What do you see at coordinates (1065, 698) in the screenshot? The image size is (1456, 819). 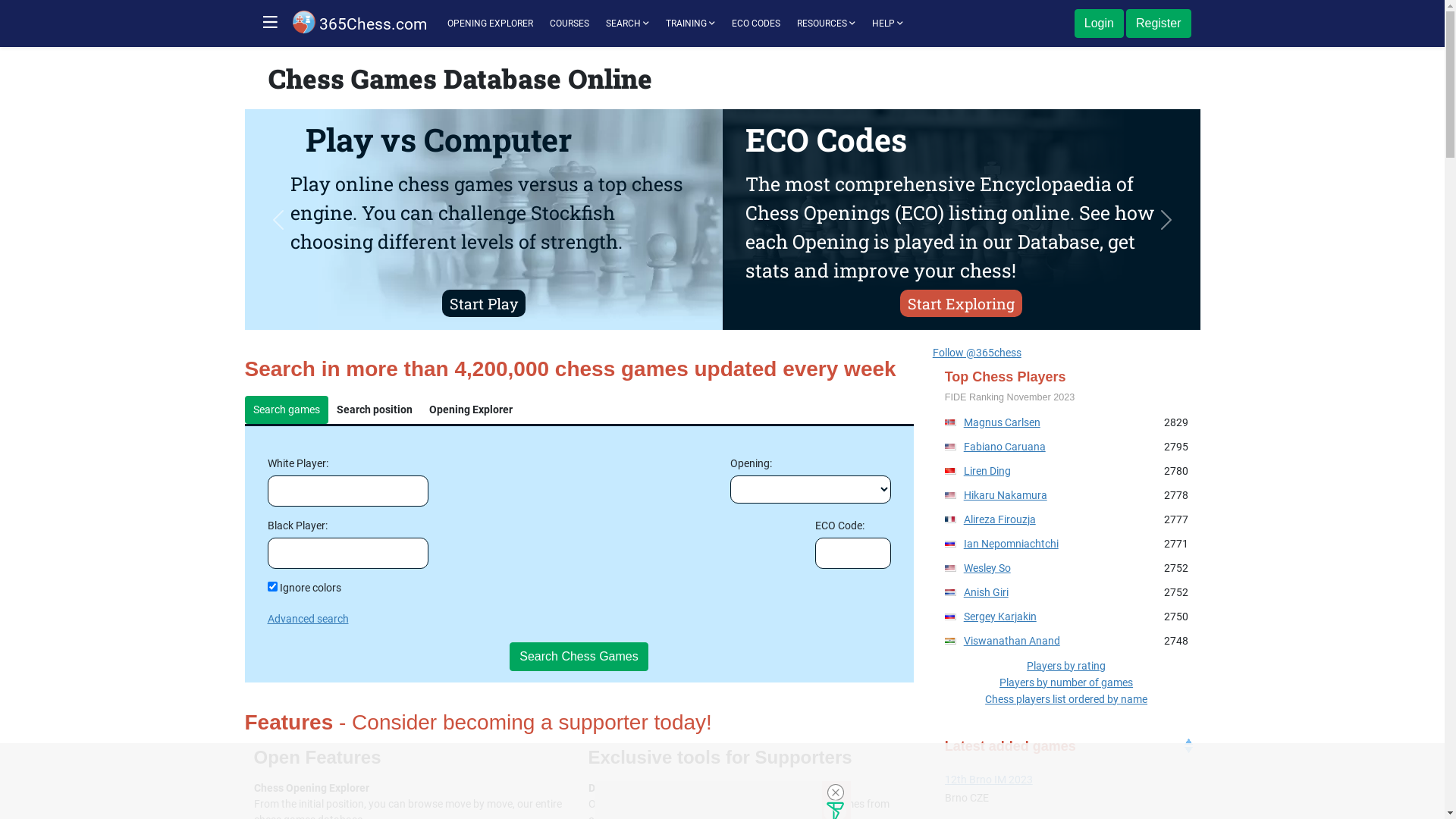 I see `'Chess players list ordered by name'` at bounding box center [1065, 698].